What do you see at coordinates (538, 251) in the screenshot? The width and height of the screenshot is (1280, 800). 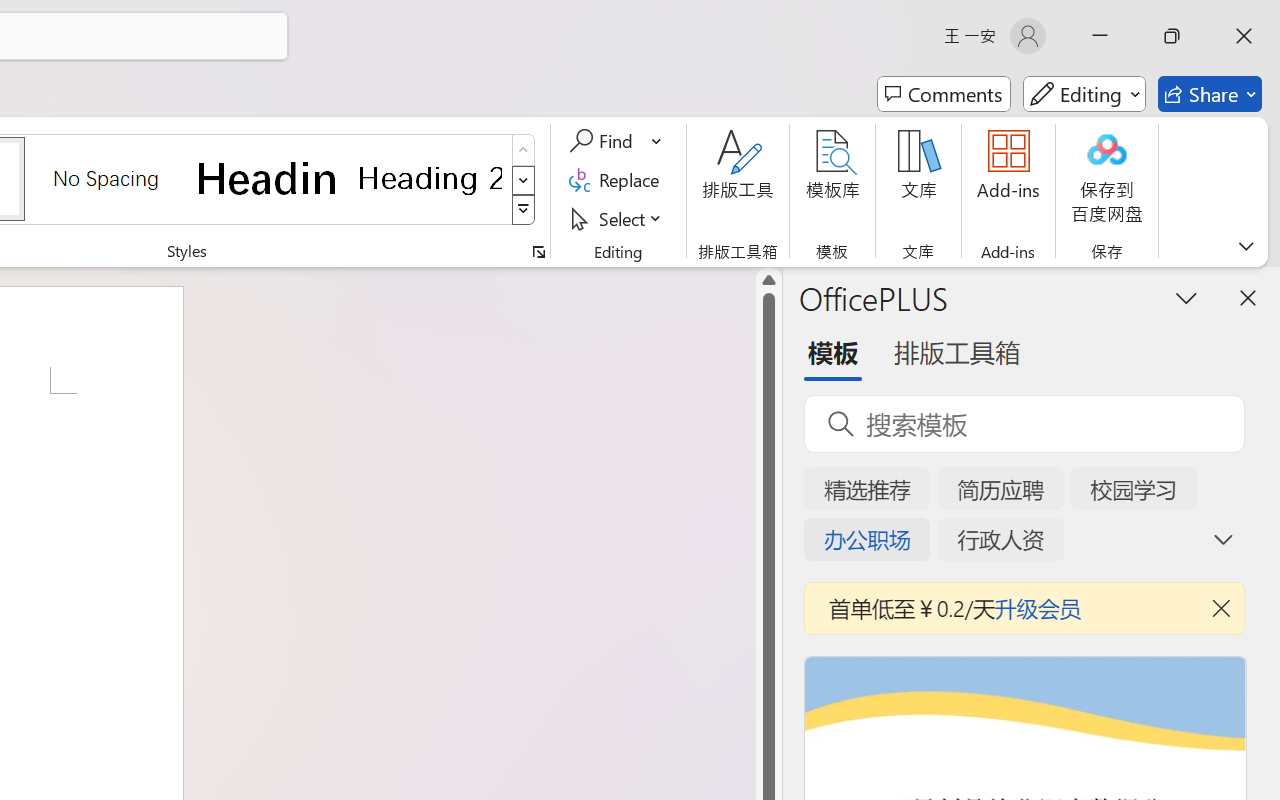 I see `'Styles...'` at bounding box center [538, 251].